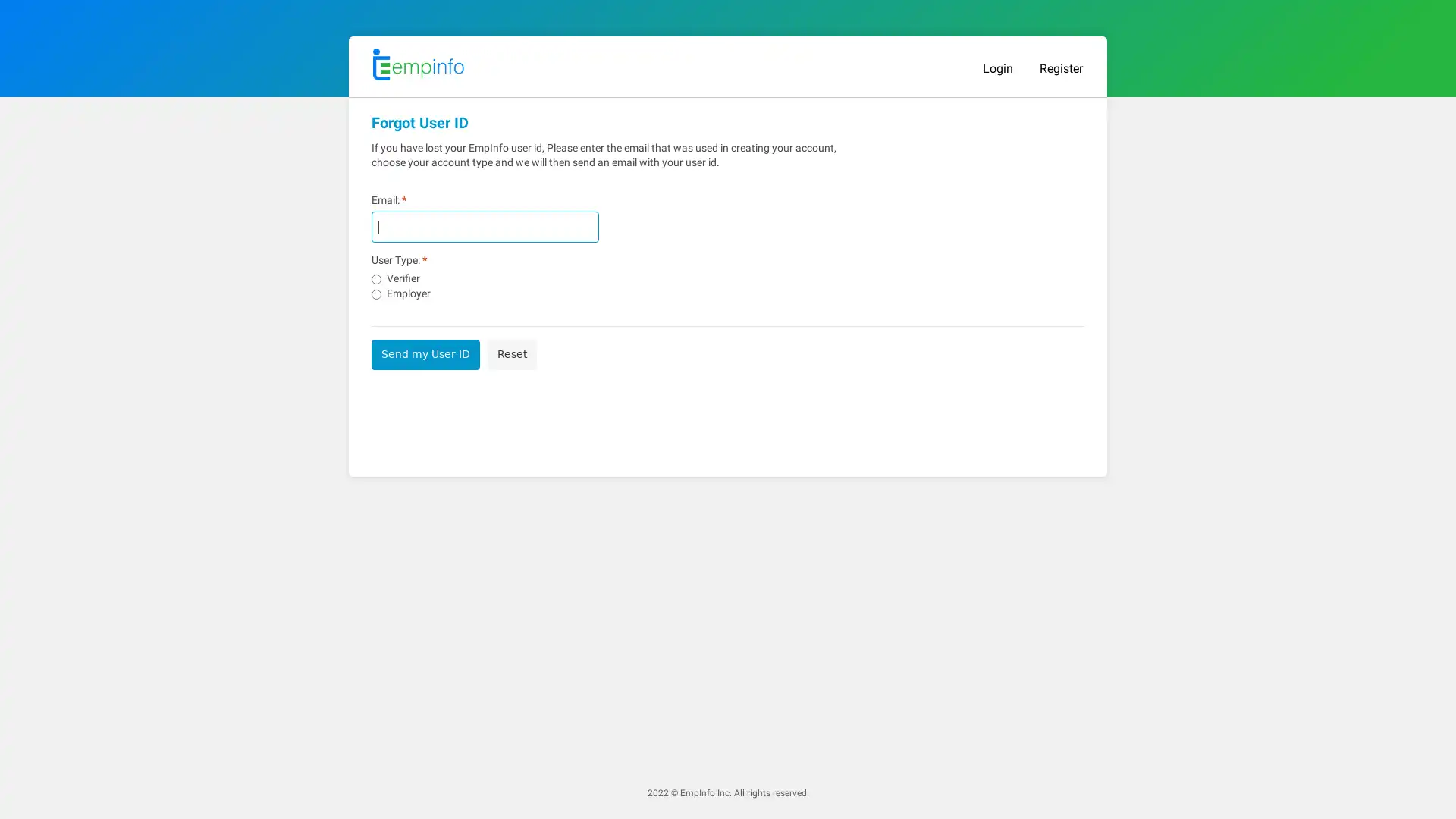 The width and height of the screenshot is (1456, 819). What do you see at coordinates (425, 353) in the screenshot?
I see `Send my User ID` at bounding box center [425, 353].